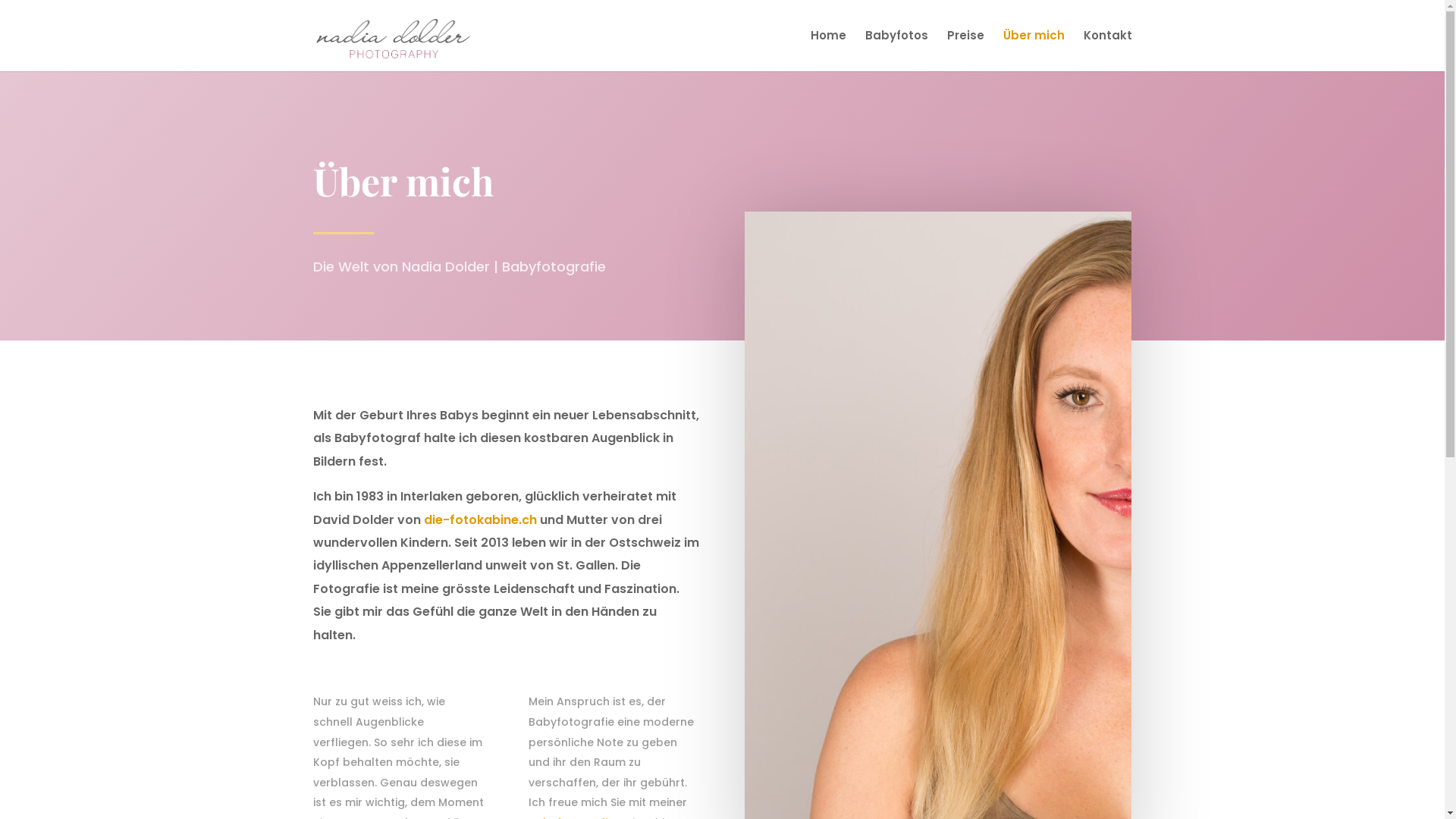  Describe the element at coordinates (827, 49) in the screenshot. I see `'Home'` at that location.